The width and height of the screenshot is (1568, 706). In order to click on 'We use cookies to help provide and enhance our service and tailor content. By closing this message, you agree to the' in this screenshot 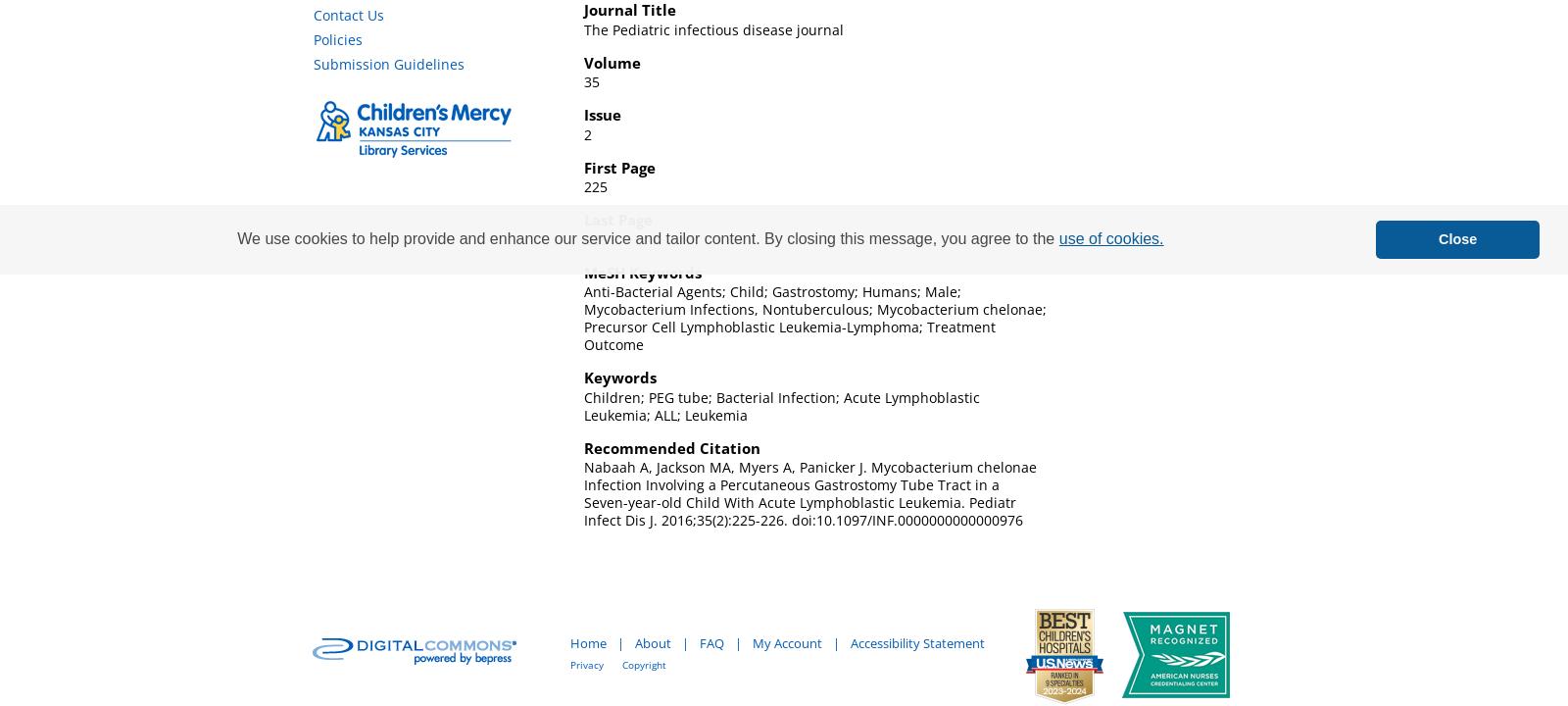, I will do `click(647, 237)`.